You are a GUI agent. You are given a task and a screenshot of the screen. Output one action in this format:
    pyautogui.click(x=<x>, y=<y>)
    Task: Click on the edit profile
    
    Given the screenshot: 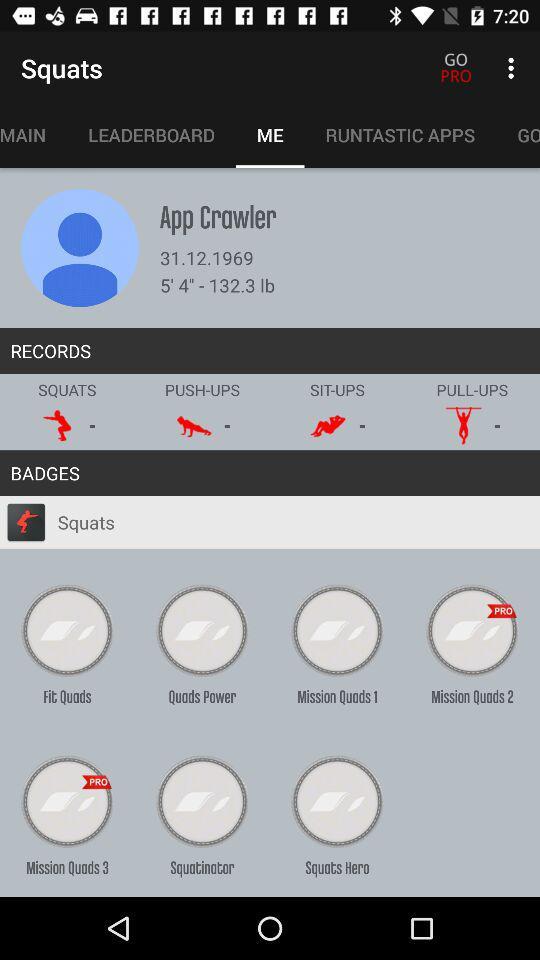 What is the action you would take?
    pyautogui.click(x=79, y=247)
    